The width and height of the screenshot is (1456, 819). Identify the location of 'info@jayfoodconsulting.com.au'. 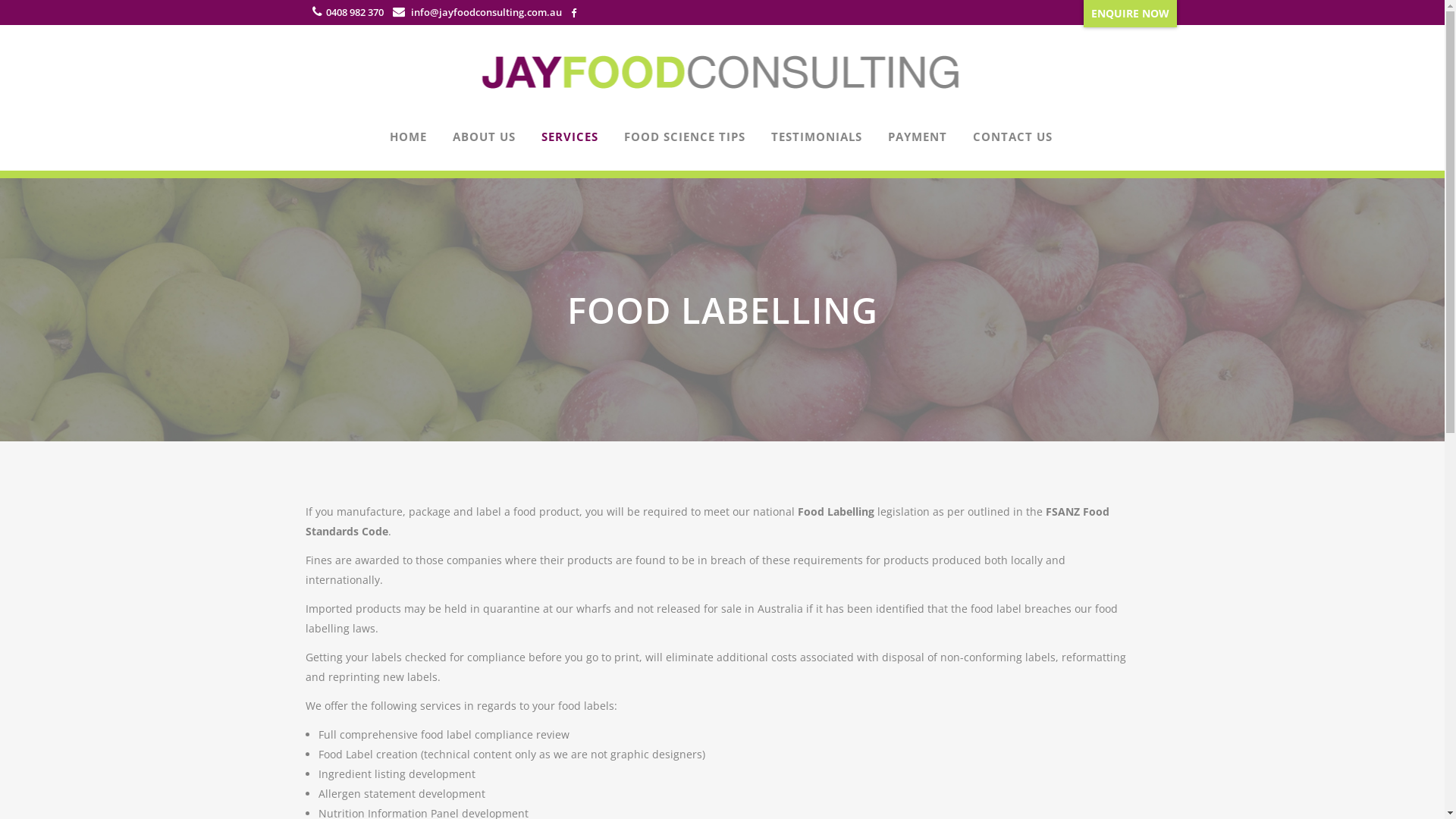
(483, 11).